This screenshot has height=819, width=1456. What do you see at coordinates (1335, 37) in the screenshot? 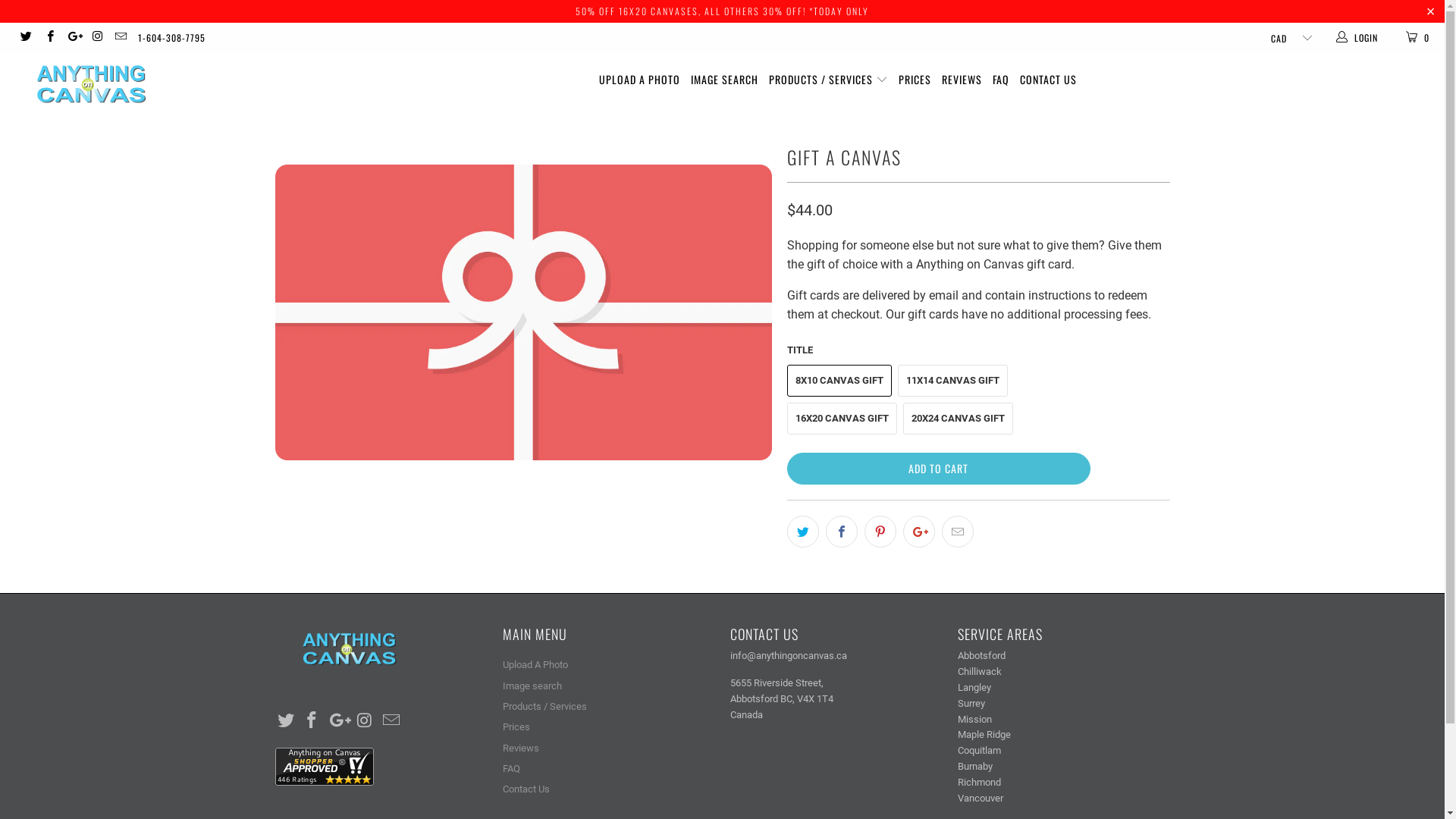
I see `'LOGIN'` at bounding box center [1335, 37].